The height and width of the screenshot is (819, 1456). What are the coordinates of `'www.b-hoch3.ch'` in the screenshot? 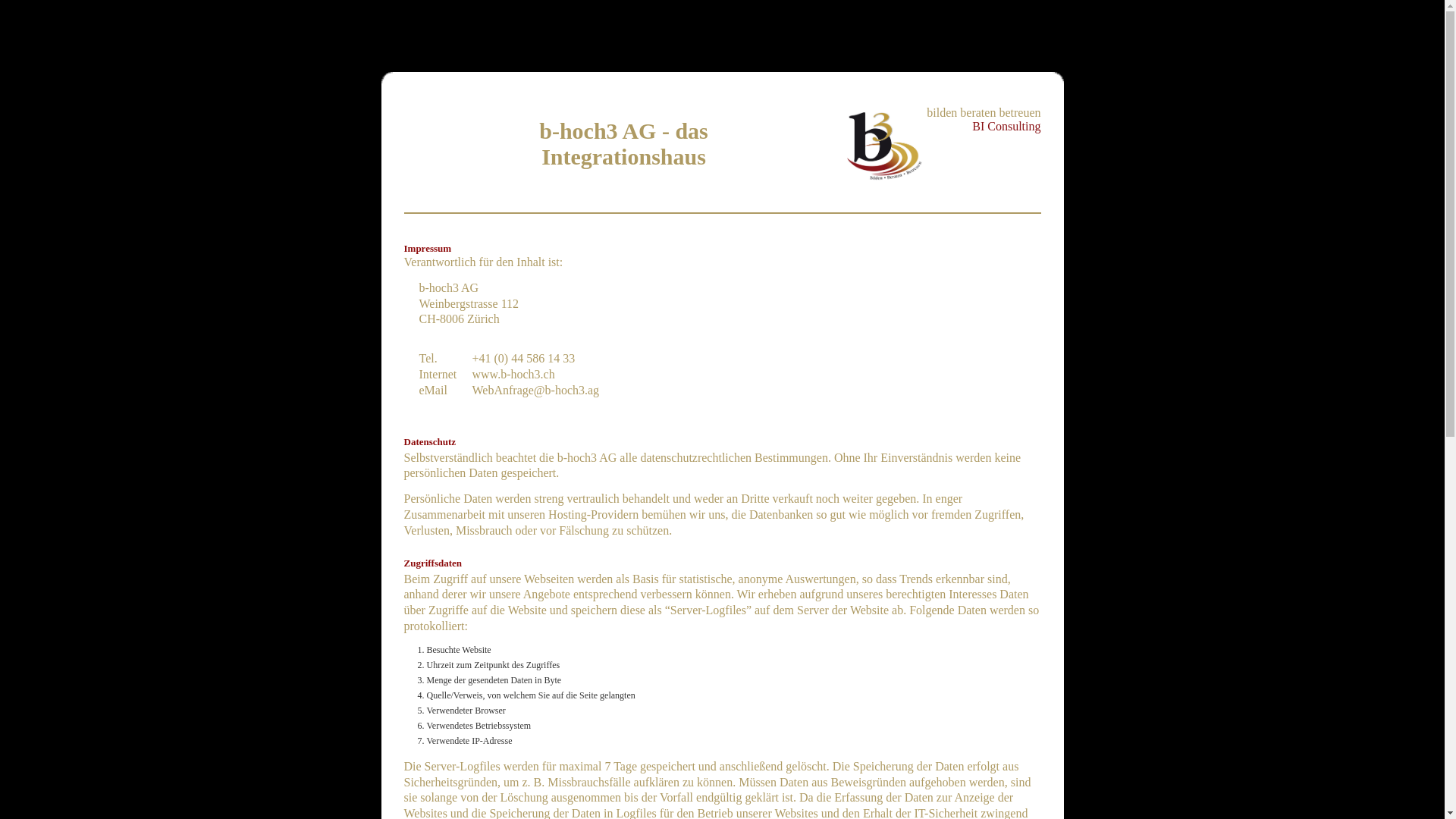 It's located at (513, 374).